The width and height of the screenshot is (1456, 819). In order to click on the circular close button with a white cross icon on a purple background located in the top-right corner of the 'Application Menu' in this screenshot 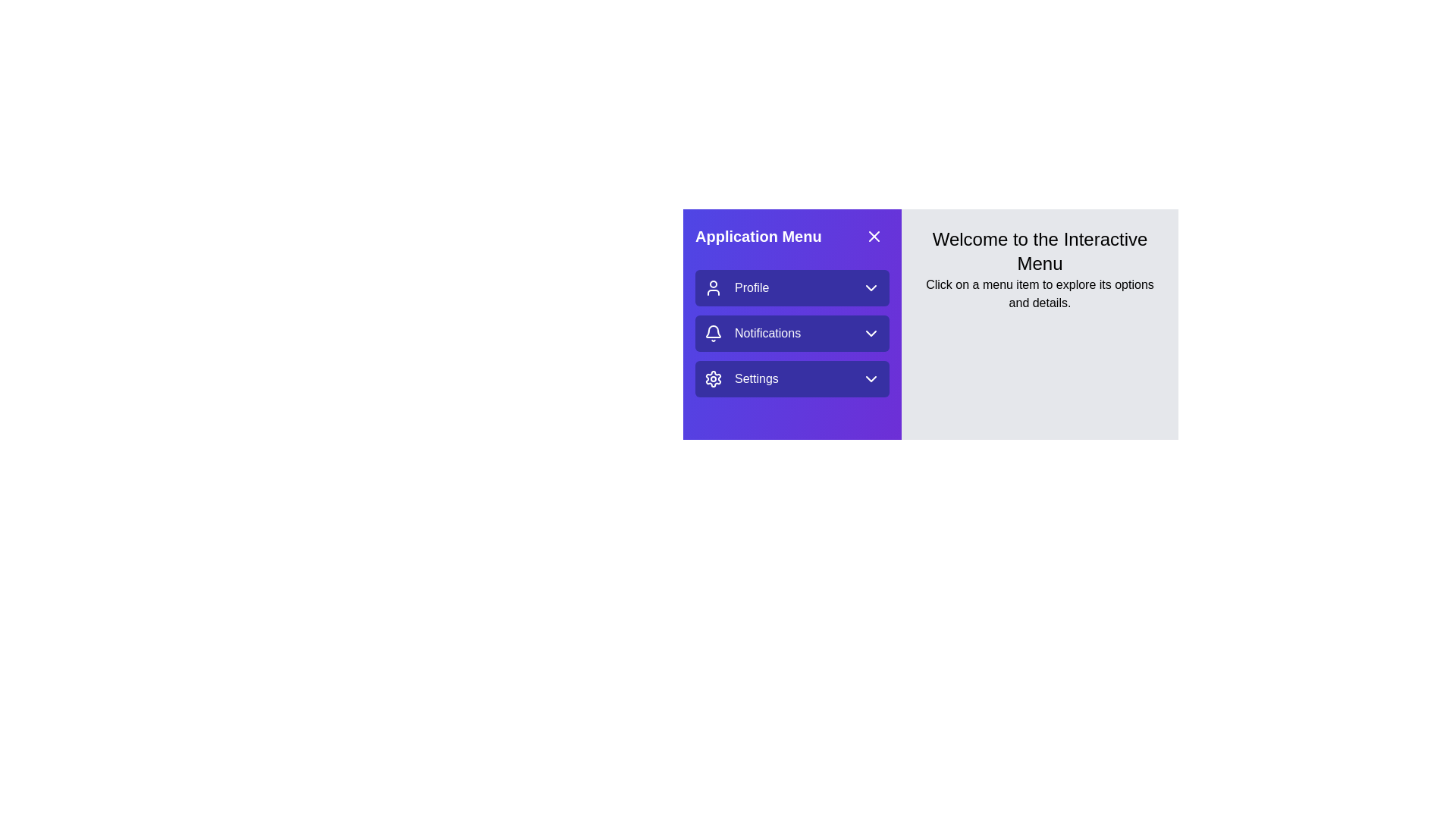, I will do `click(874, 237)`.